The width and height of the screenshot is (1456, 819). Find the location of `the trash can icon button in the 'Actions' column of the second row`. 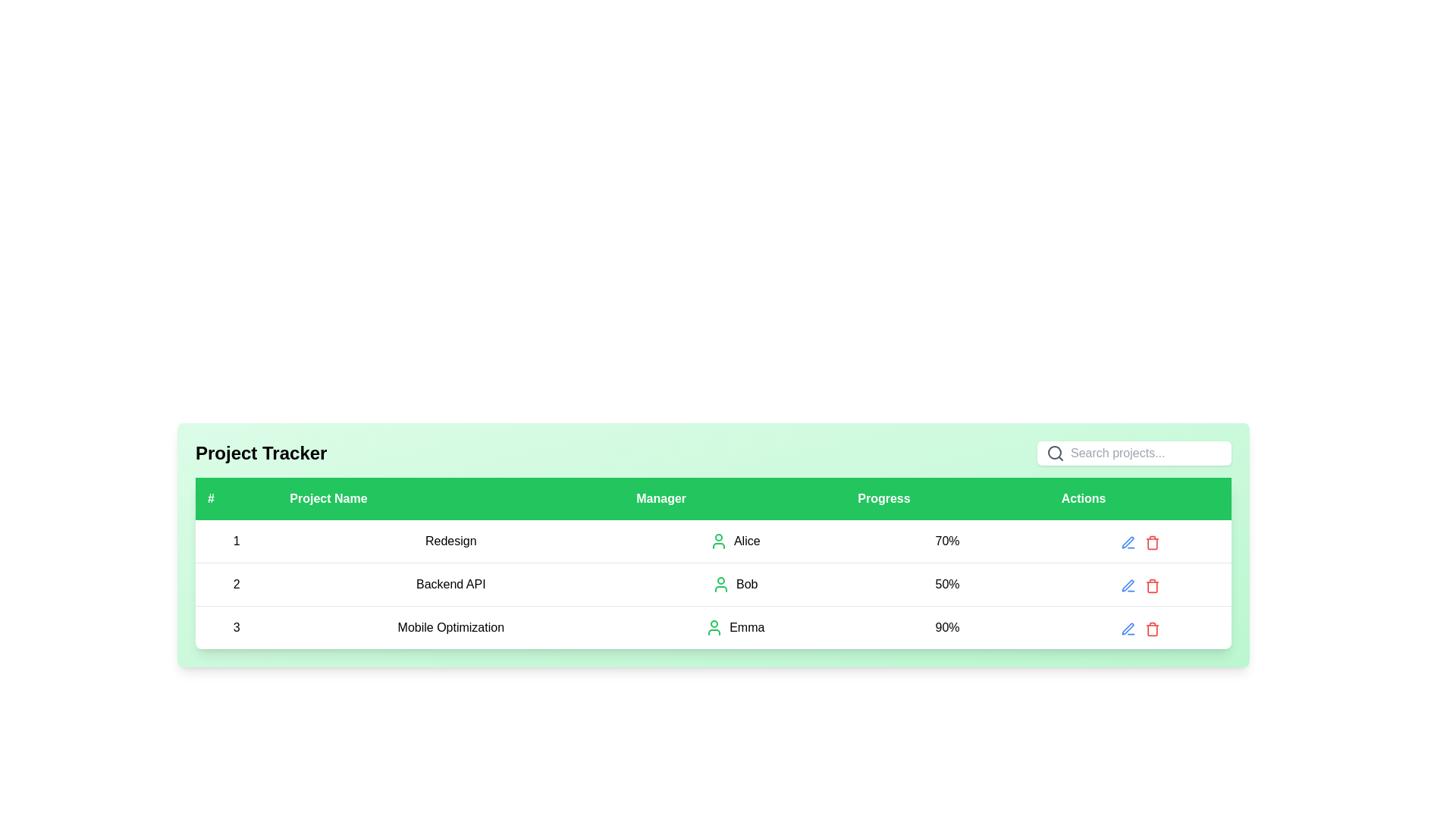

the trash can icon button in the 'Actions' column of the second row is located at coordinates (1152, 586).